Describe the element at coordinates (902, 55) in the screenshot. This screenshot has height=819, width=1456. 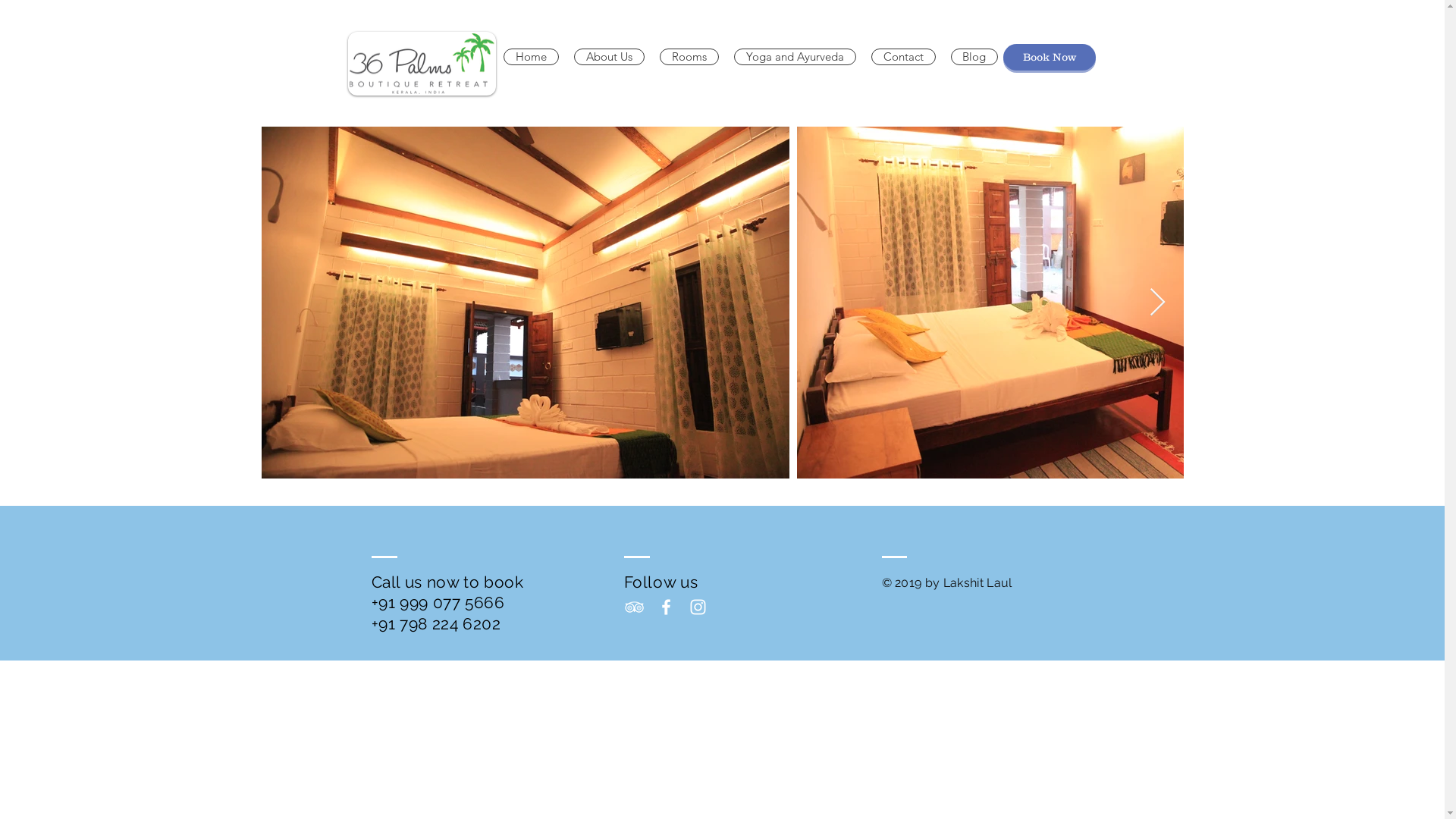
I see `'Contact'` at that location.